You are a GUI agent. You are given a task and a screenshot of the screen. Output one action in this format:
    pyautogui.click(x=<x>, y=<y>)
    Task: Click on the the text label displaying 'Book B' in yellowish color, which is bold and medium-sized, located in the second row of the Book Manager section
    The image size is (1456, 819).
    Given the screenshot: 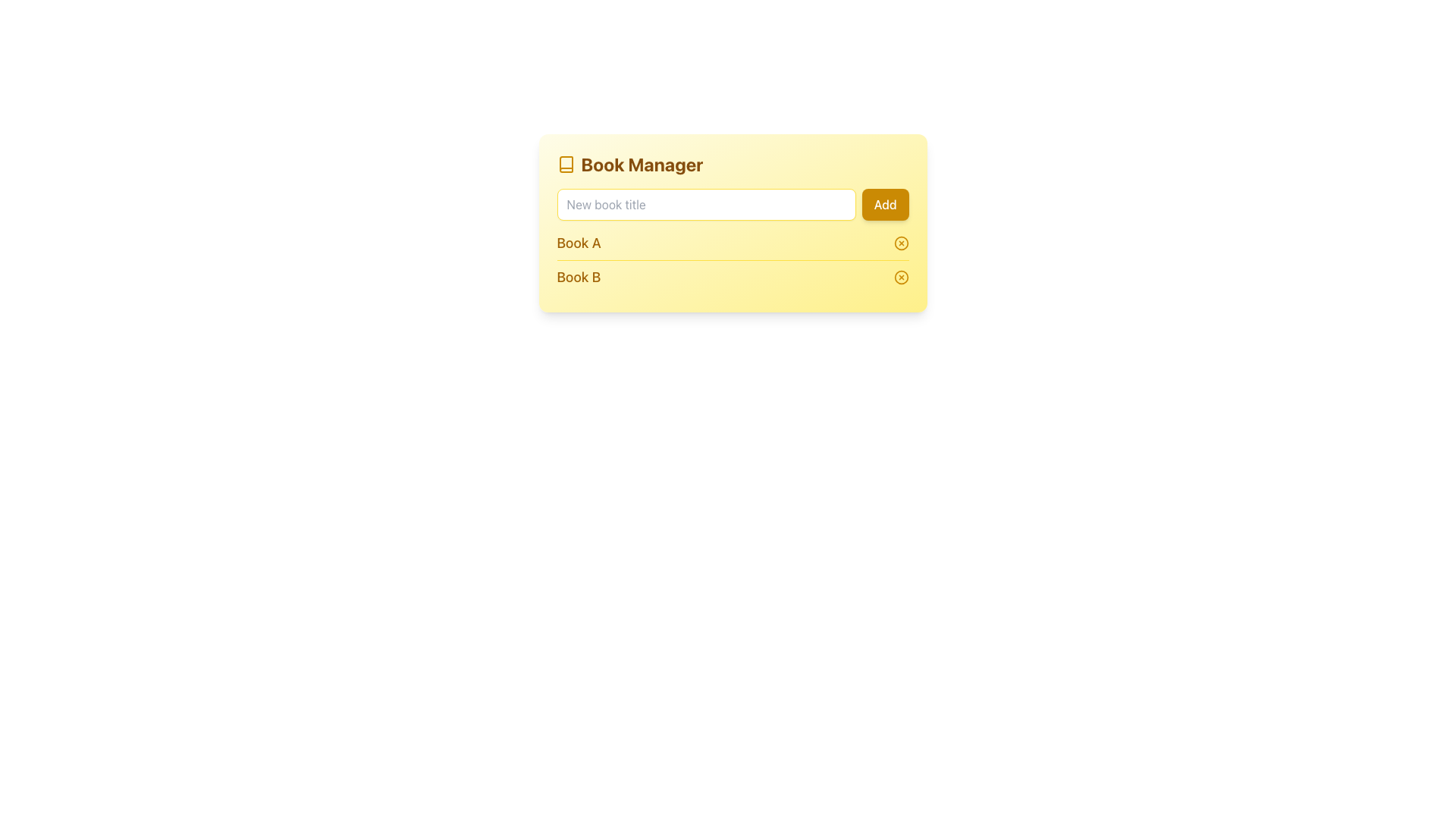 What is the action you would take?
    pyautogui.click(x=578, y=278)
    